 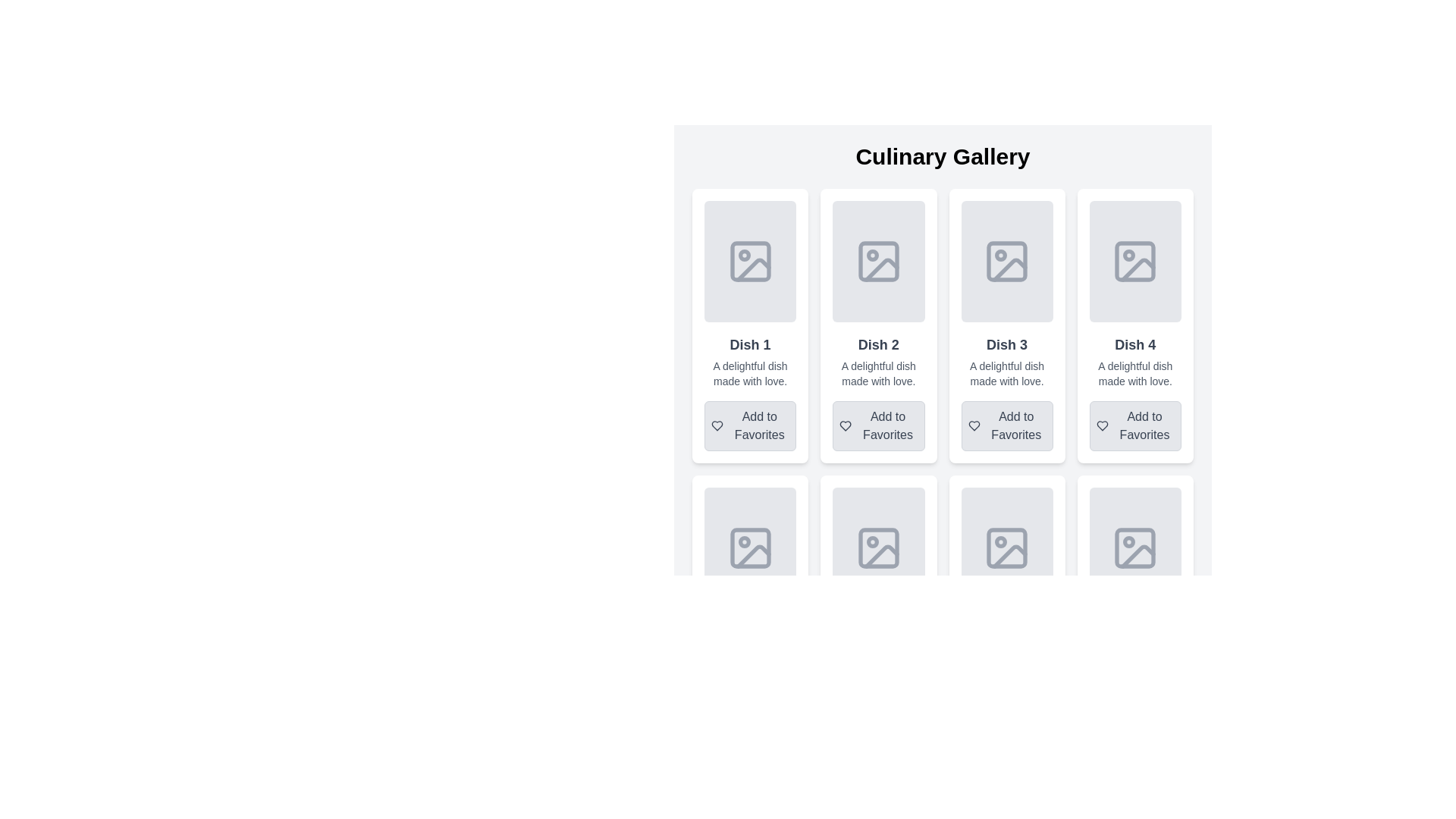 What do you see at coordinates (1007, 374) in the screenshot?
I see `the Text Label that provides a description for 'Dish 3', located in the top row of the grid under 'Culinary Gallery'` at bounding box center [1007, 374].